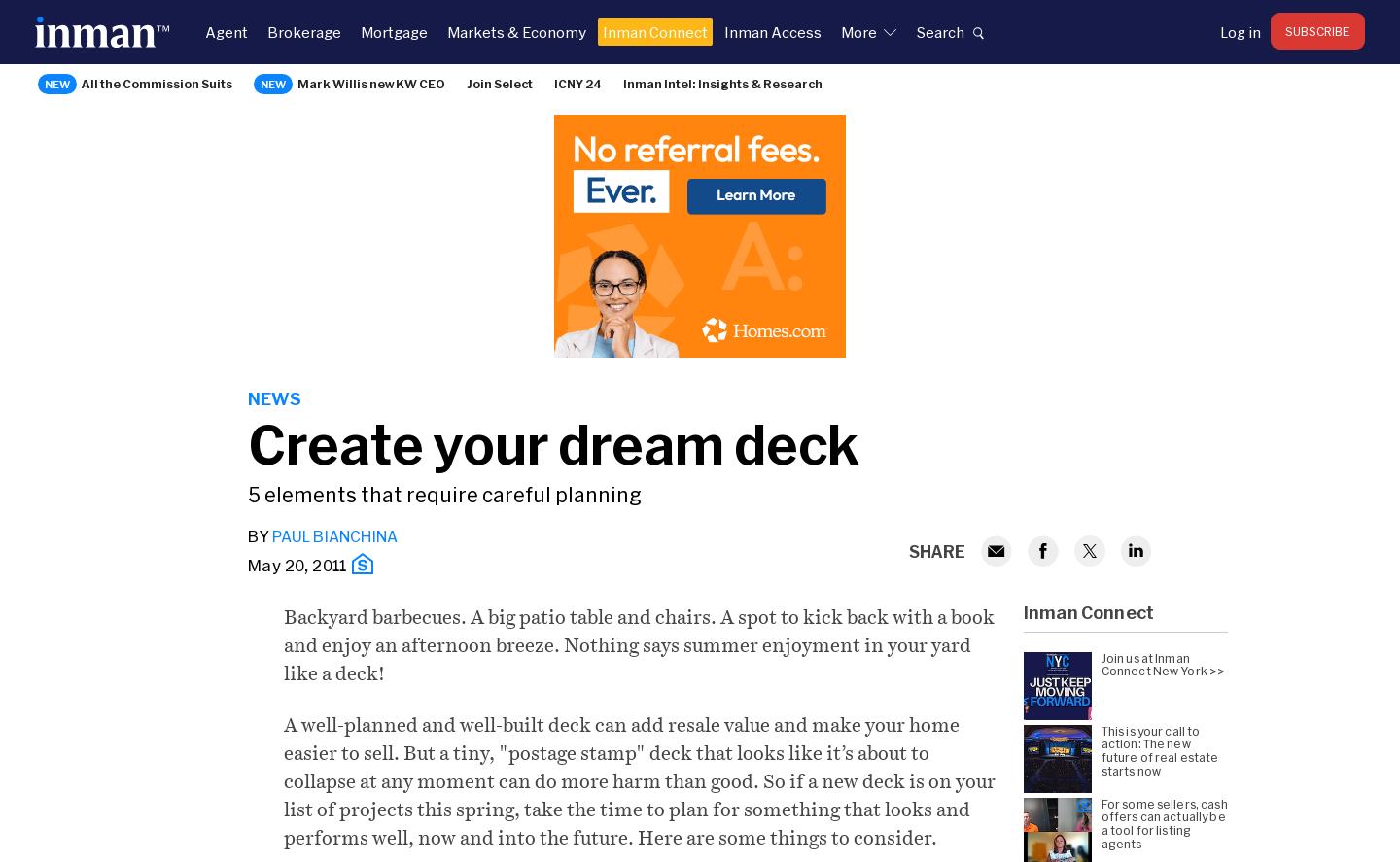  What do you see at coordinates (1240, 31) in the screenshot?
I see `'Log in'` at bounding box center [1240, 31].